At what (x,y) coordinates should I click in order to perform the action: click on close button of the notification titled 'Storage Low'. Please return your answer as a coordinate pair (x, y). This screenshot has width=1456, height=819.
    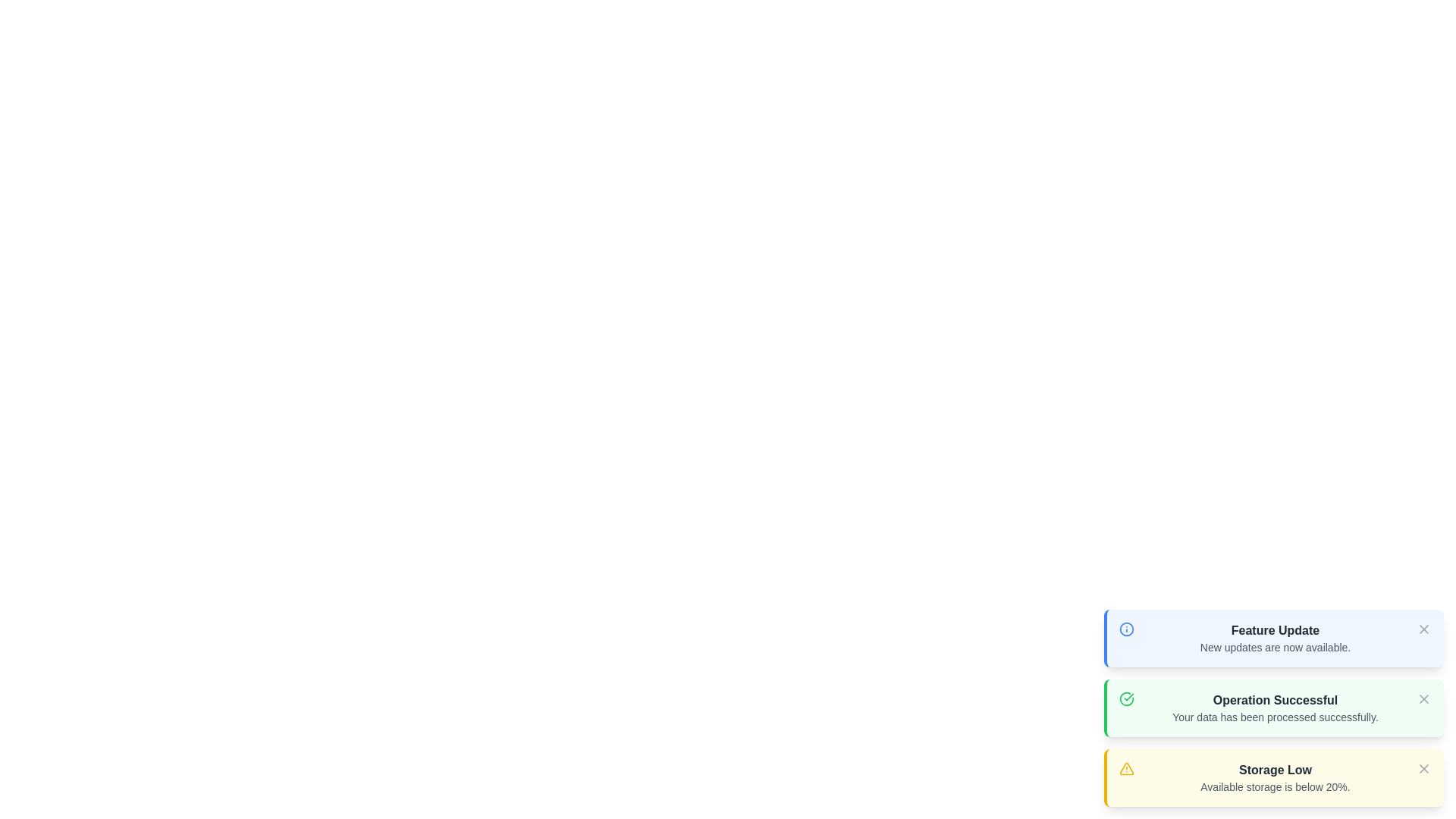
    Looking at the image, I should click on (1423, 769).